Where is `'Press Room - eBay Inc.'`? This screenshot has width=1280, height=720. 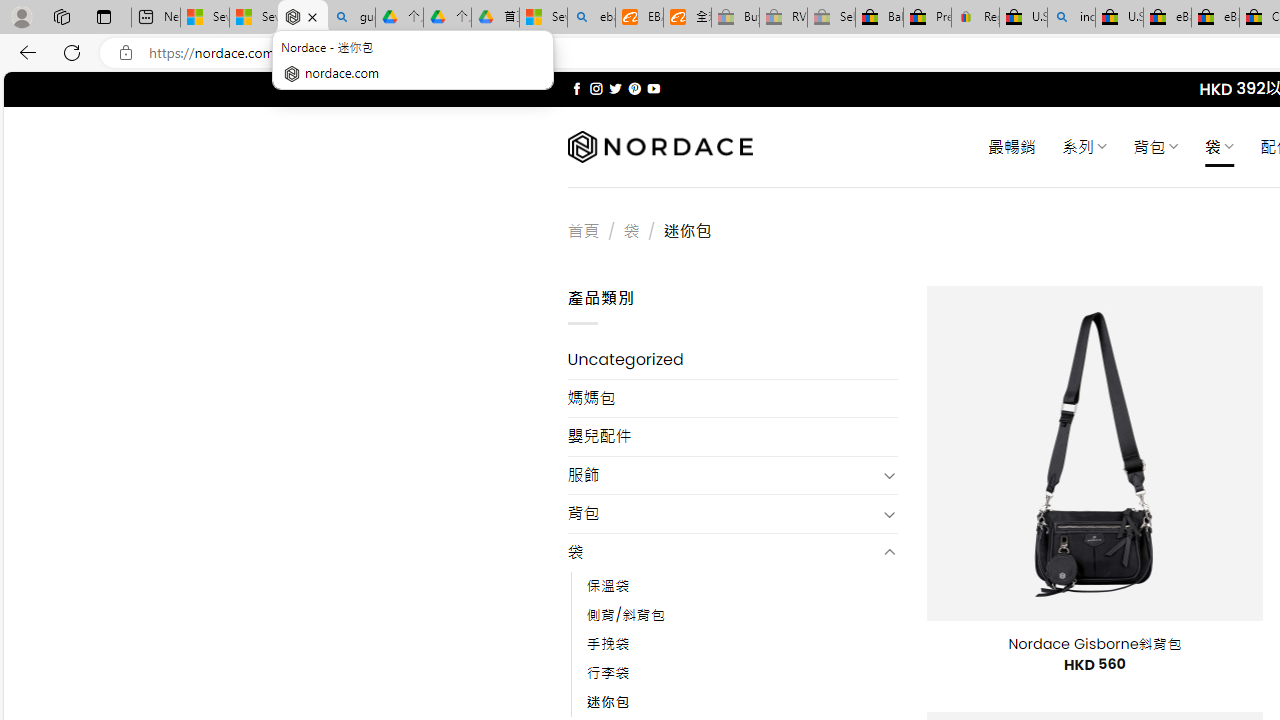 'Press Room - eBay Inc.' is located at coordinates (926, 17).